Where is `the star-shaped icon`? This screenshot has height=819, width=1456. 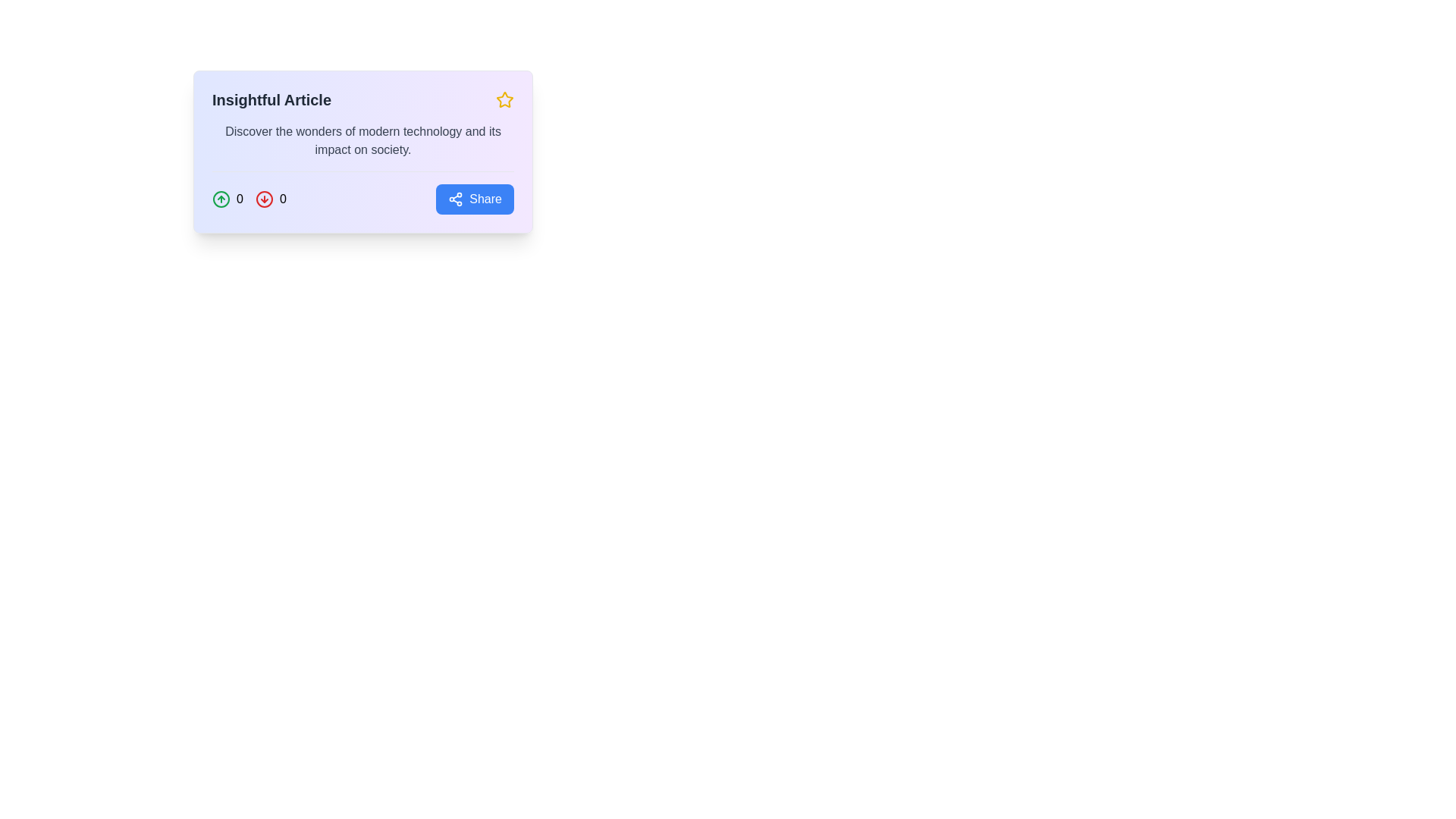 the star-shaped icon is located at coordinates (505, 99).